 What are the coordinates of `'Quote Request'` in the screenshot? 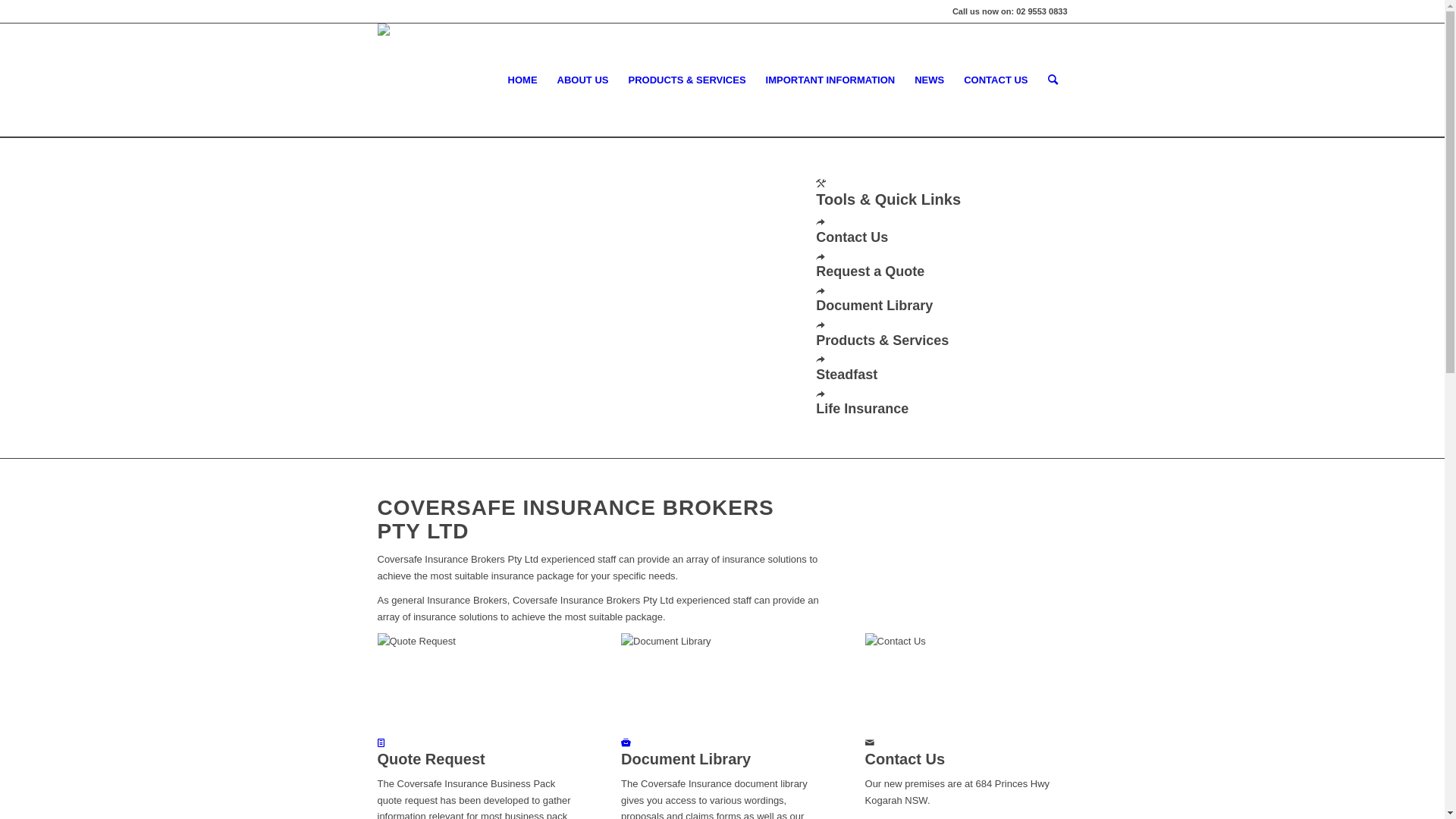 It's located at (431, 759).